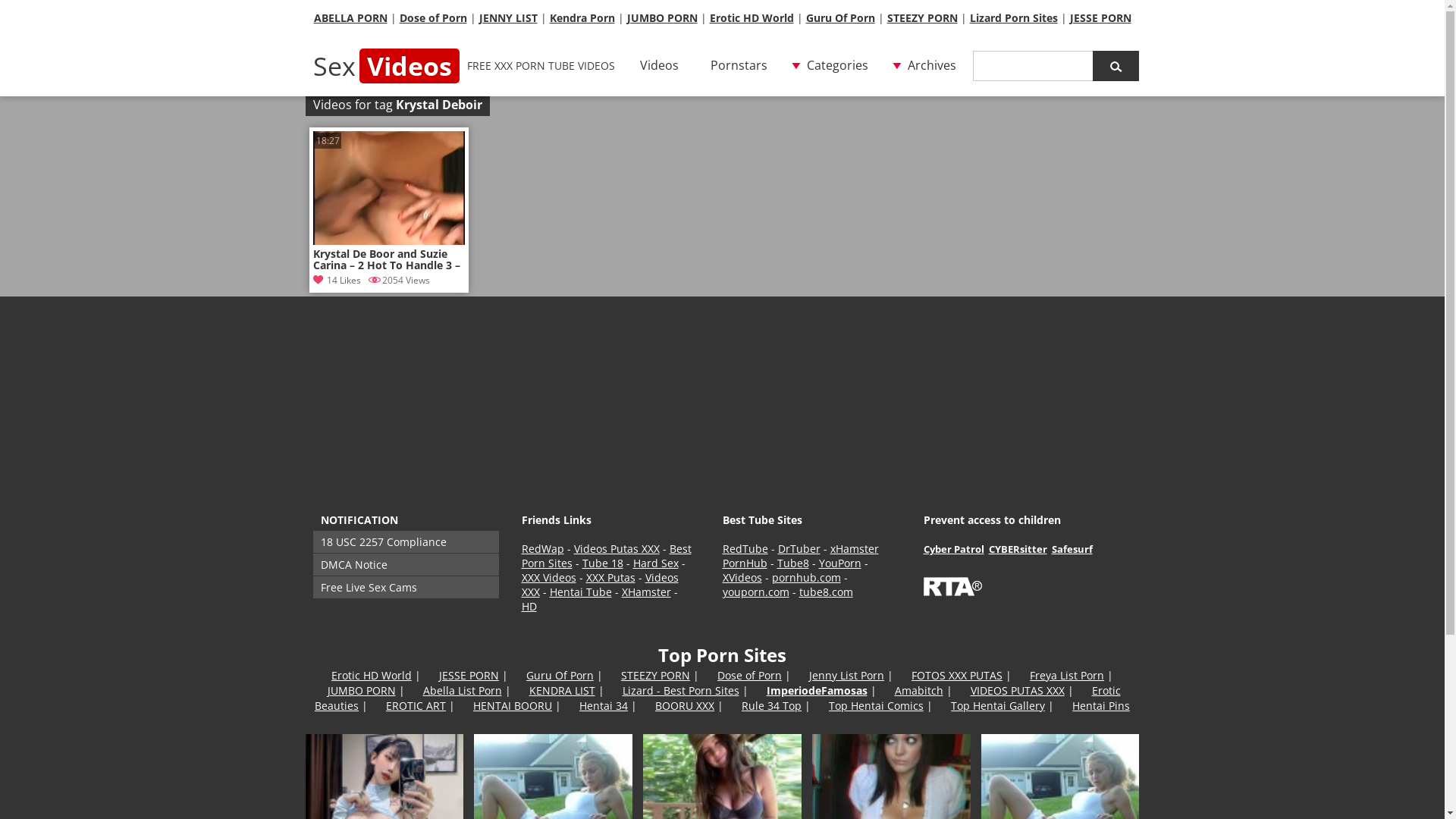 This screenshot has width=1456, height=819. I want to click on 'Cyber Patrol', so click(952, 549).